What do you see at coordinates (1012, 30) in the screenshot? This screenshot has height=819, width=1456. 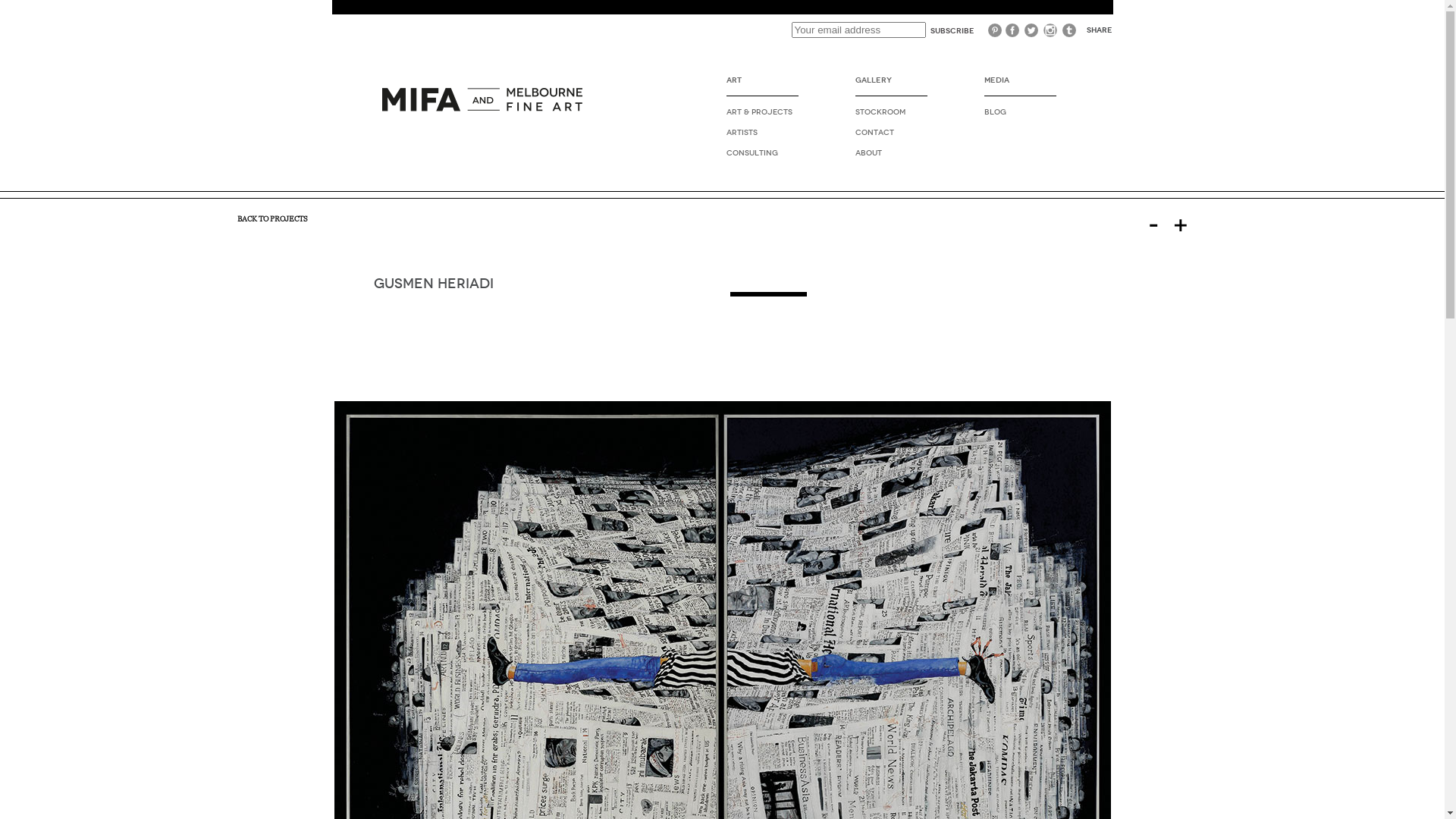 I see `'Facebook'` at bounding box center [1012, 30].